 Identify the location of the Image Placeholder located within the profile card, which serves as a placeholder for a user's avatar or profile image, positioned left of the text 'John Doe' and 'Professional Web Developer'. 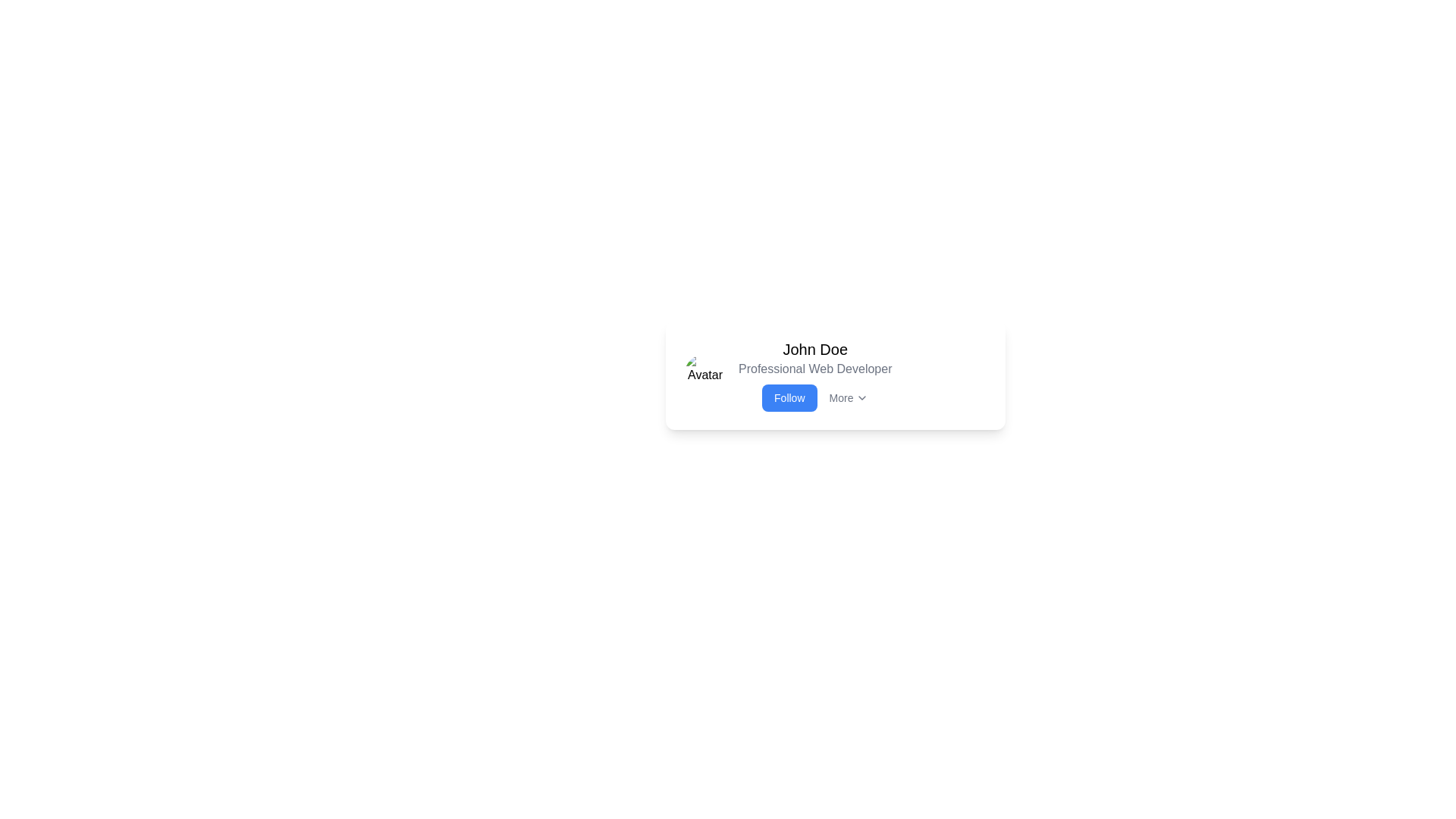
(704, 375).